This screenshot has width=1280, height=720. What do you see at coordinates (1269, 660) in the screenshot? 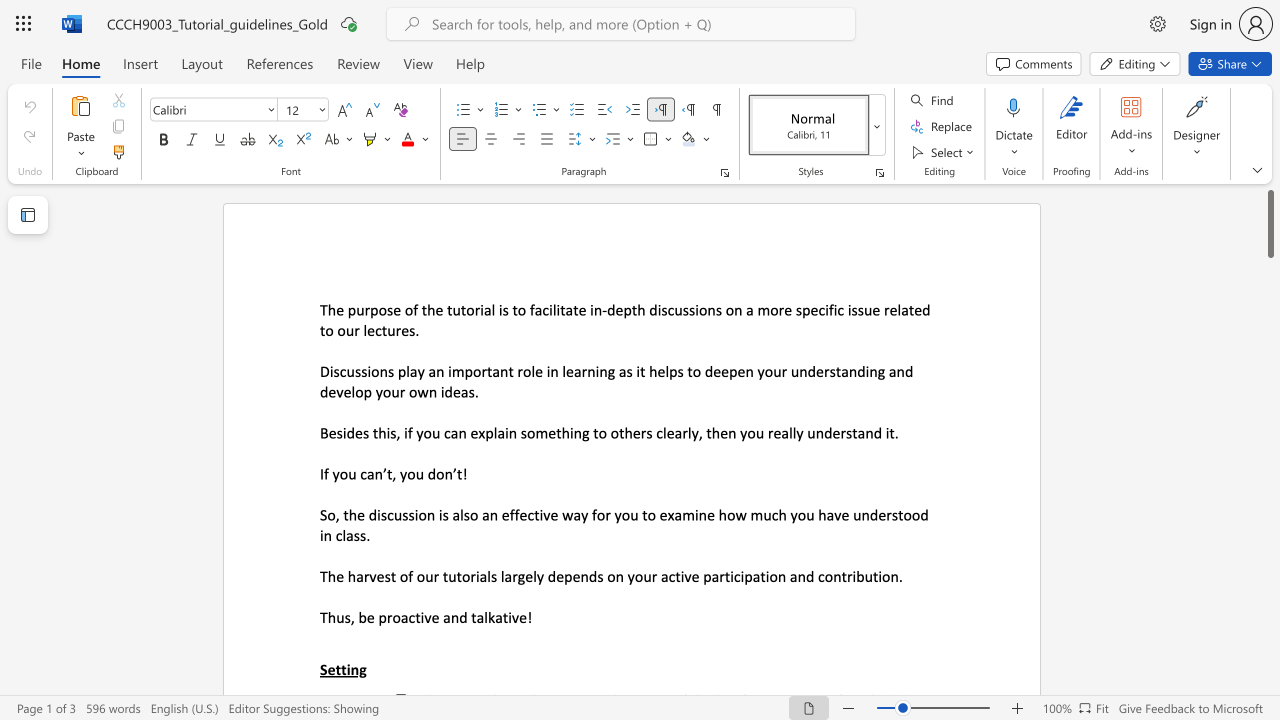
I see `the vertical scrollbar to lower the page content` at bounding box center [1269, 660].